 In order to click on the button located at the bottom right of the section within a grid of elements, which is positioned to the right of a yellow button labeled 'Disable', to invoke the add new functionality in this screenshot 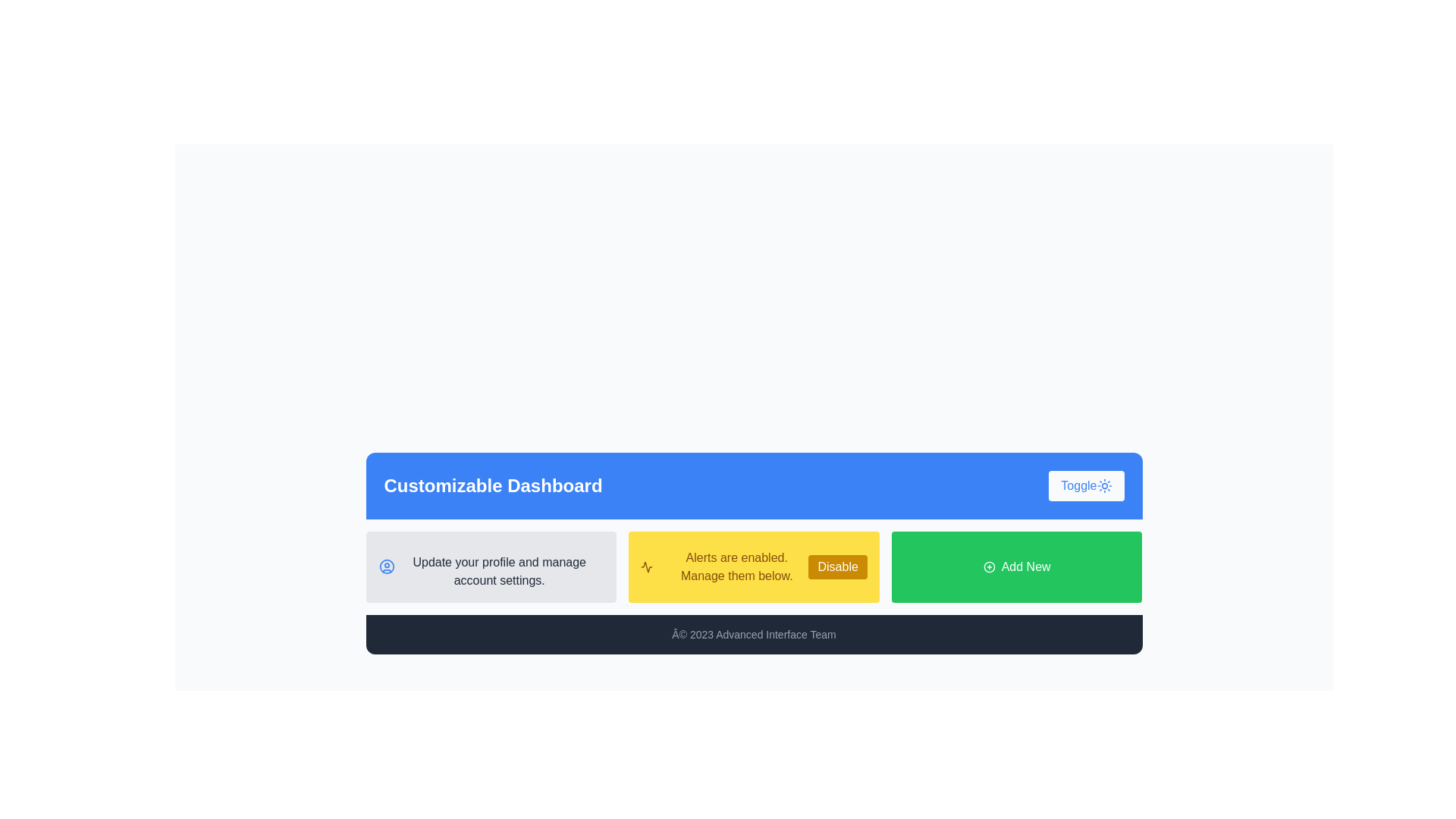, I will do `click(1017, 567)`.